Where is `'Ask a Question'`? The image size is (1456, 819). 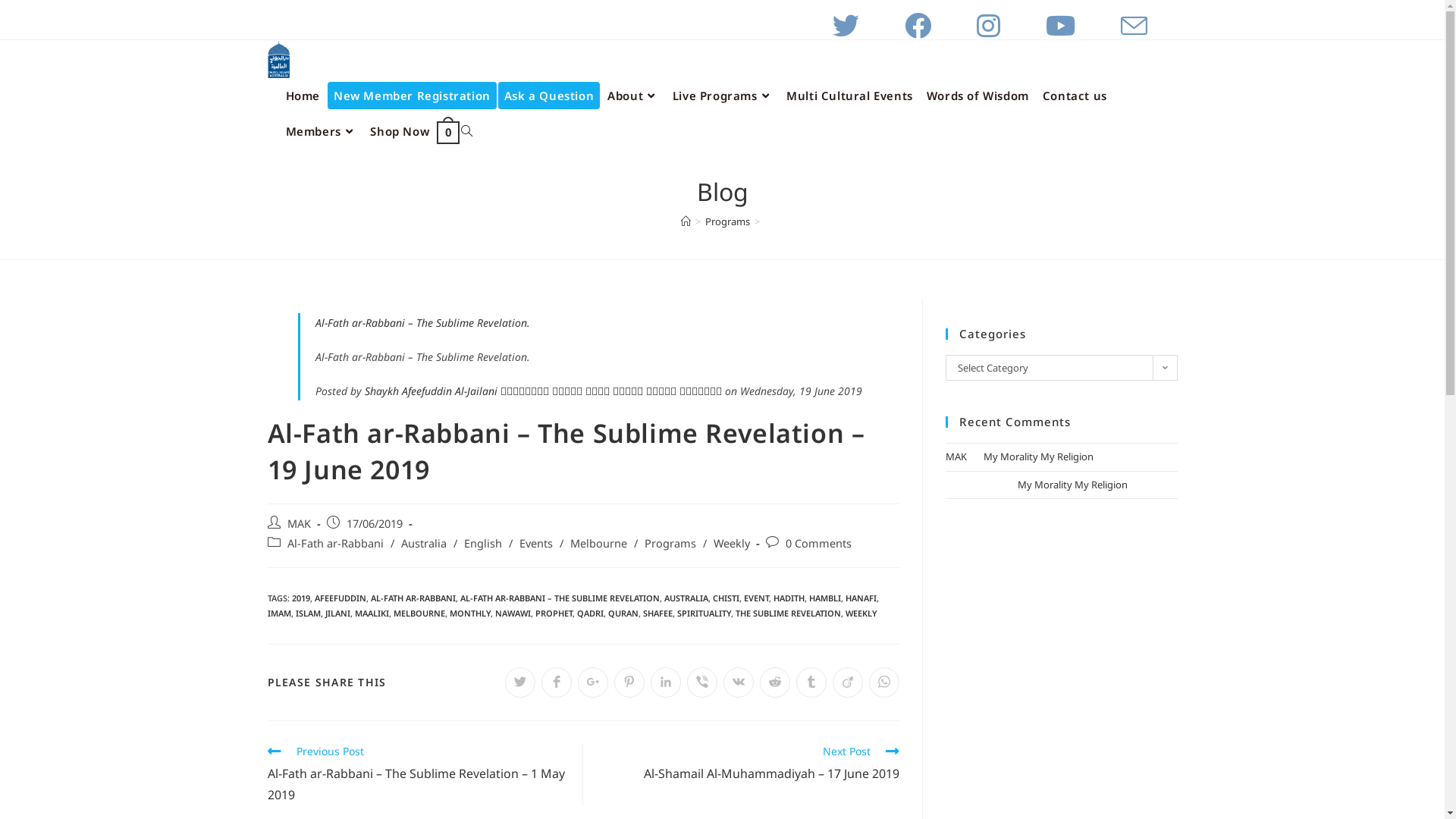
'Ask a Question' is located at coordinates (548, 96).